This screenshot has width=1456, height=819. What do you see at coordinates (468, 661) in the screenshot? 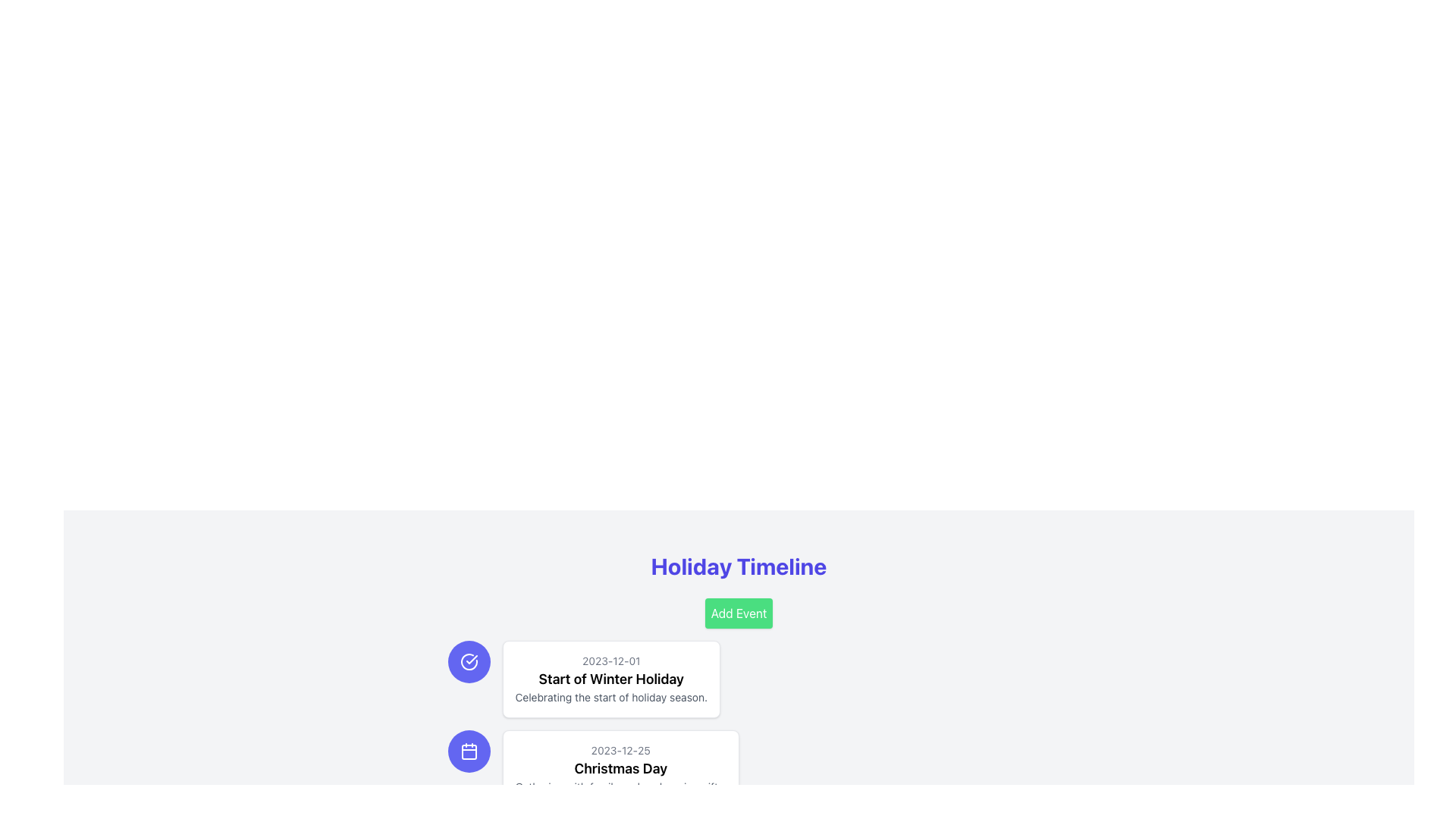
I see `the circular icon with a checkmark, styled with a purple background and white border, associated with the 'Start of Winter Holiday' timeline item for further interaction` at bounding box center [468, 661].